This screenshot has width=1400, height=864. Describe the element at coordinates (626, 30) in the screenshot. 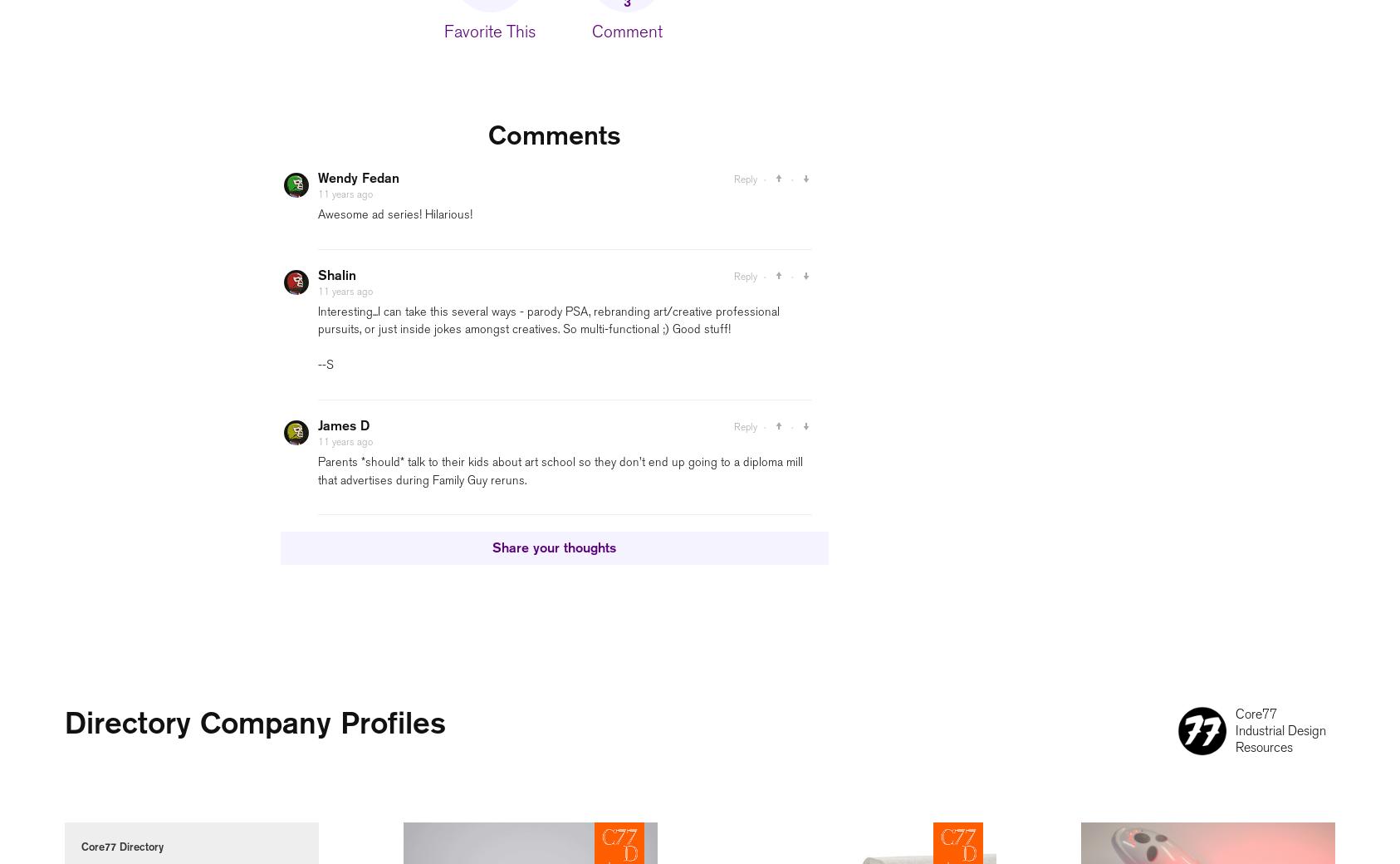

I see `'Comment'` at that location.